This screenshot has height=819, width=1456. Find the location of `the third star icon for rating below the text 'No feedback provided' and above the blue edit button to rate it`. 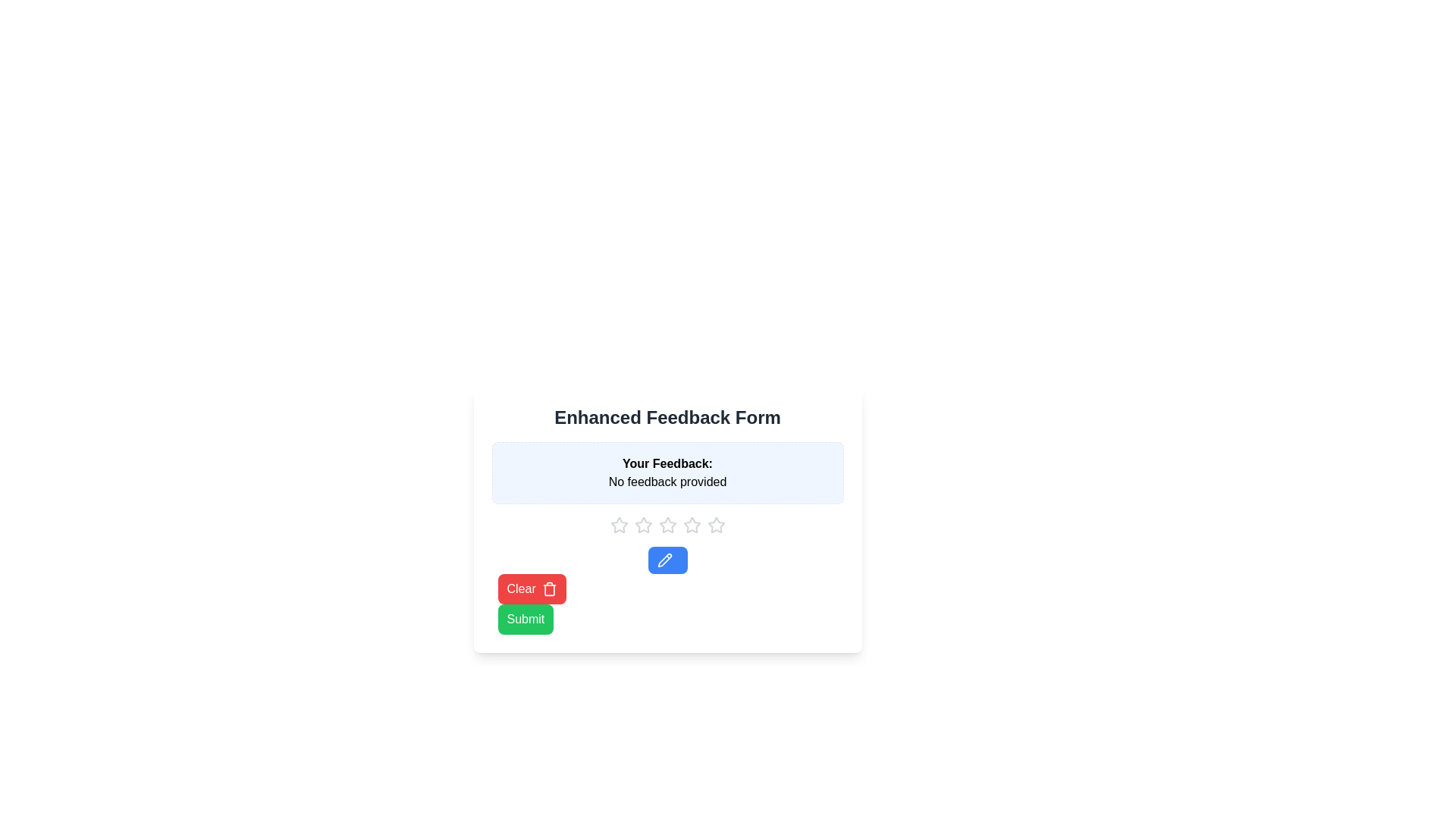

the third star icon for rating below the text 'No feedback provided' and above the blue edit button to rate it is located at coordinates (691, 524).